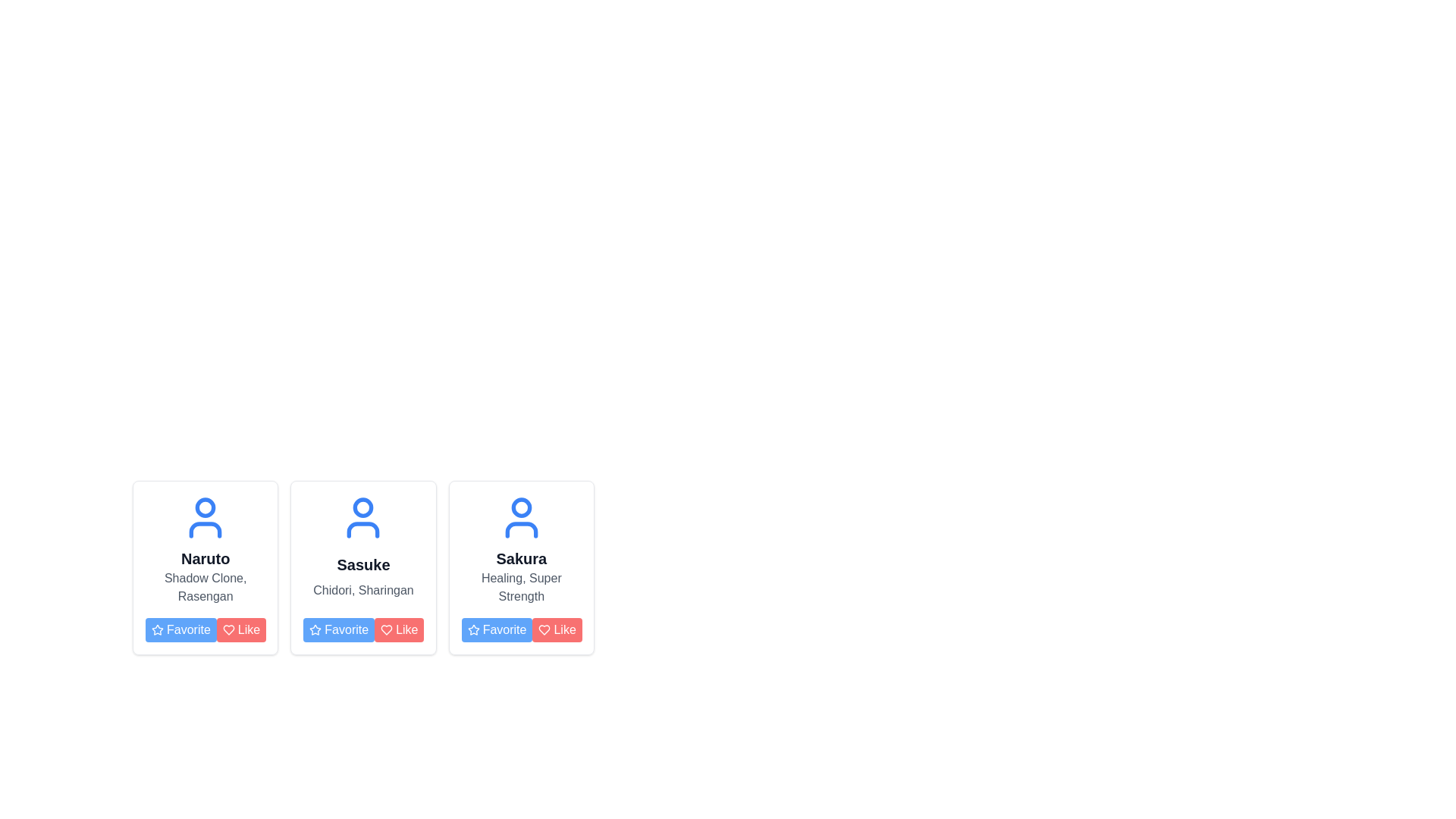  What do you see at coordinates (544, 629) in the screenshot?
I see `the heart-shaped icon with a red fill to like the profile of 'Sakura' located at the bottom right corner of the user interface card` at bounding box center [544, 629].